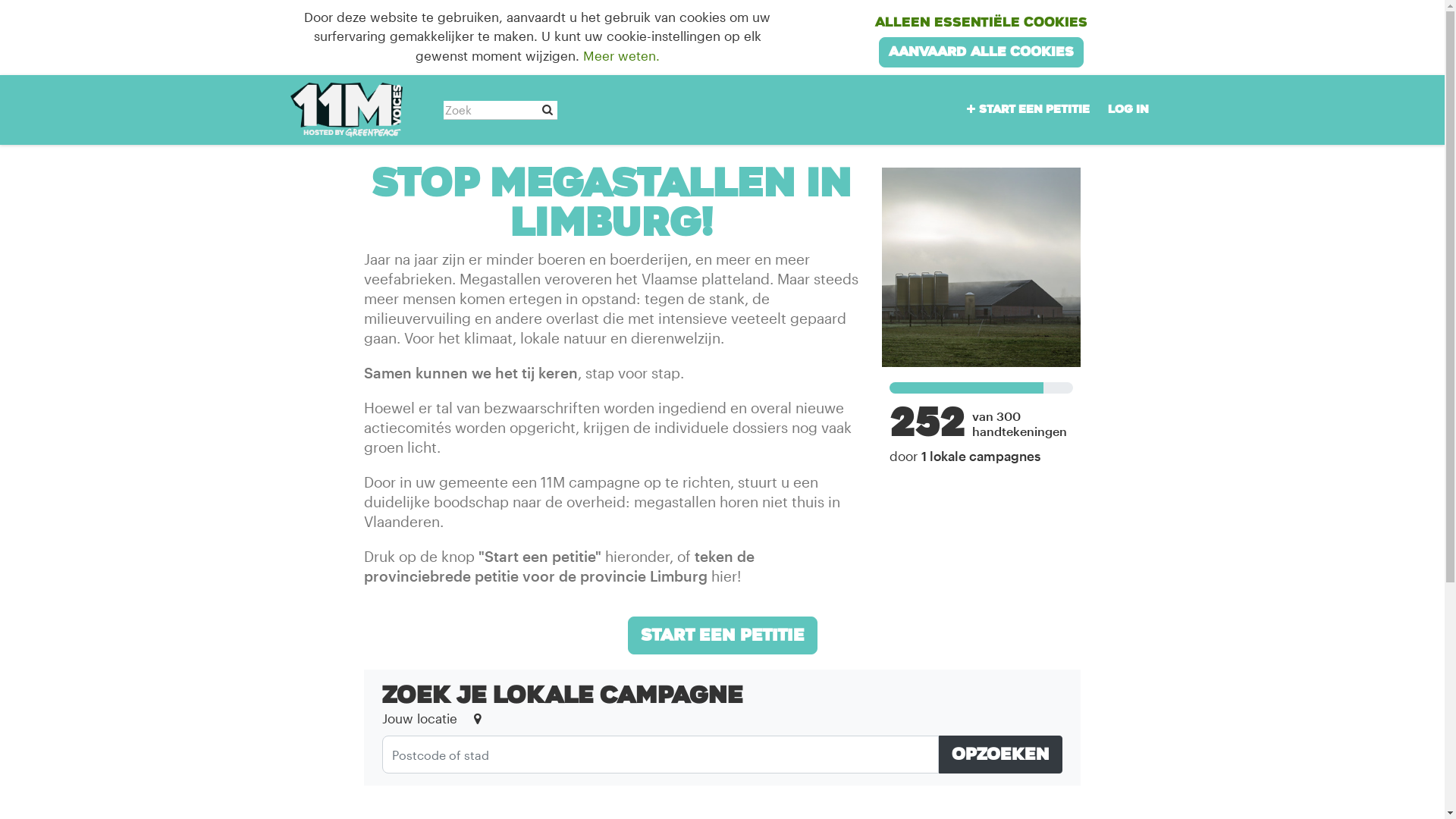  Describe the element at coordinates (956, 108) in the screenshot. I see `'START EEN PETITIE'` at that location.